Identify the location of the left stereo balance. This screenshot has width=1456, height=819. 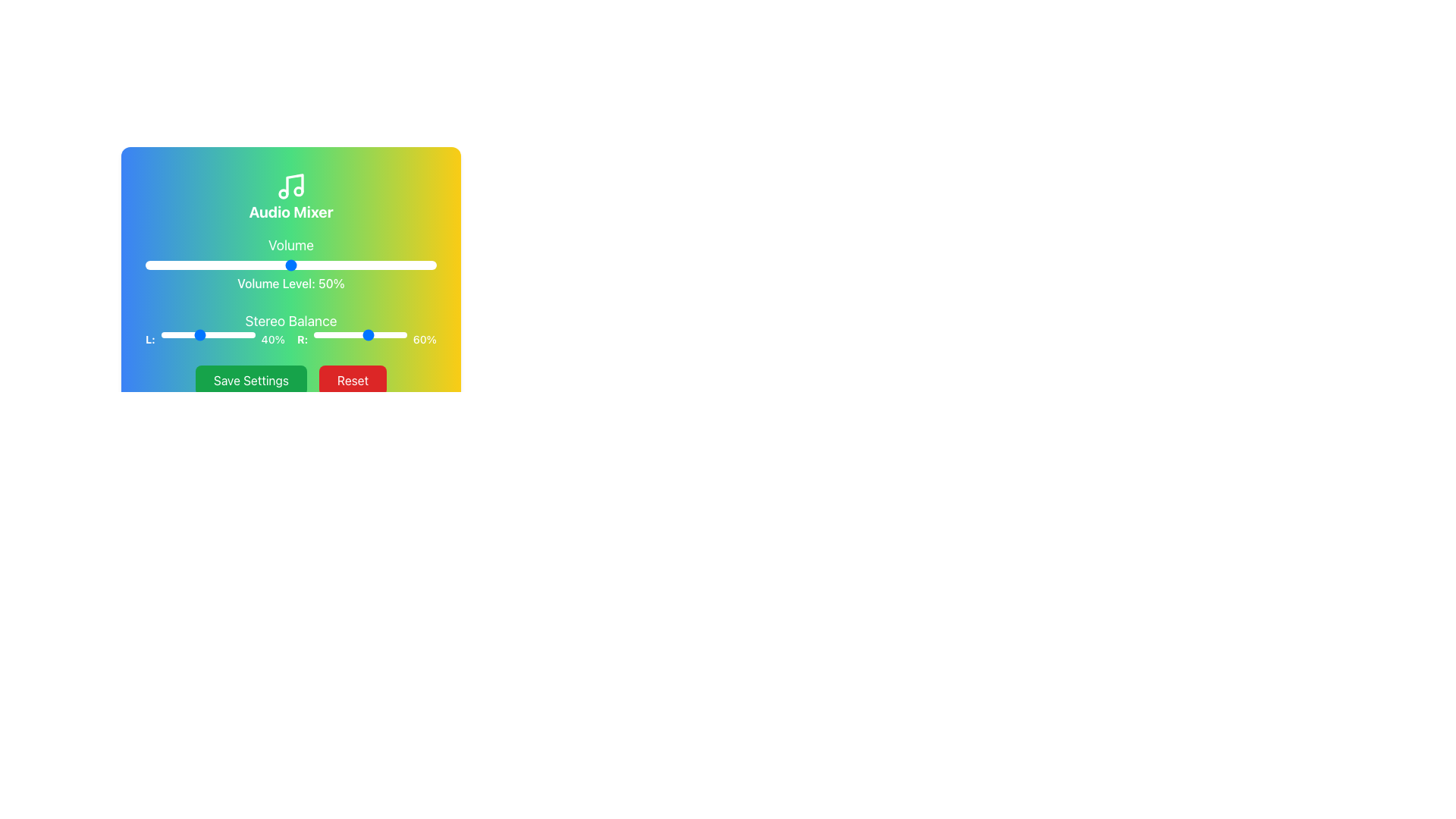
(175, 334).